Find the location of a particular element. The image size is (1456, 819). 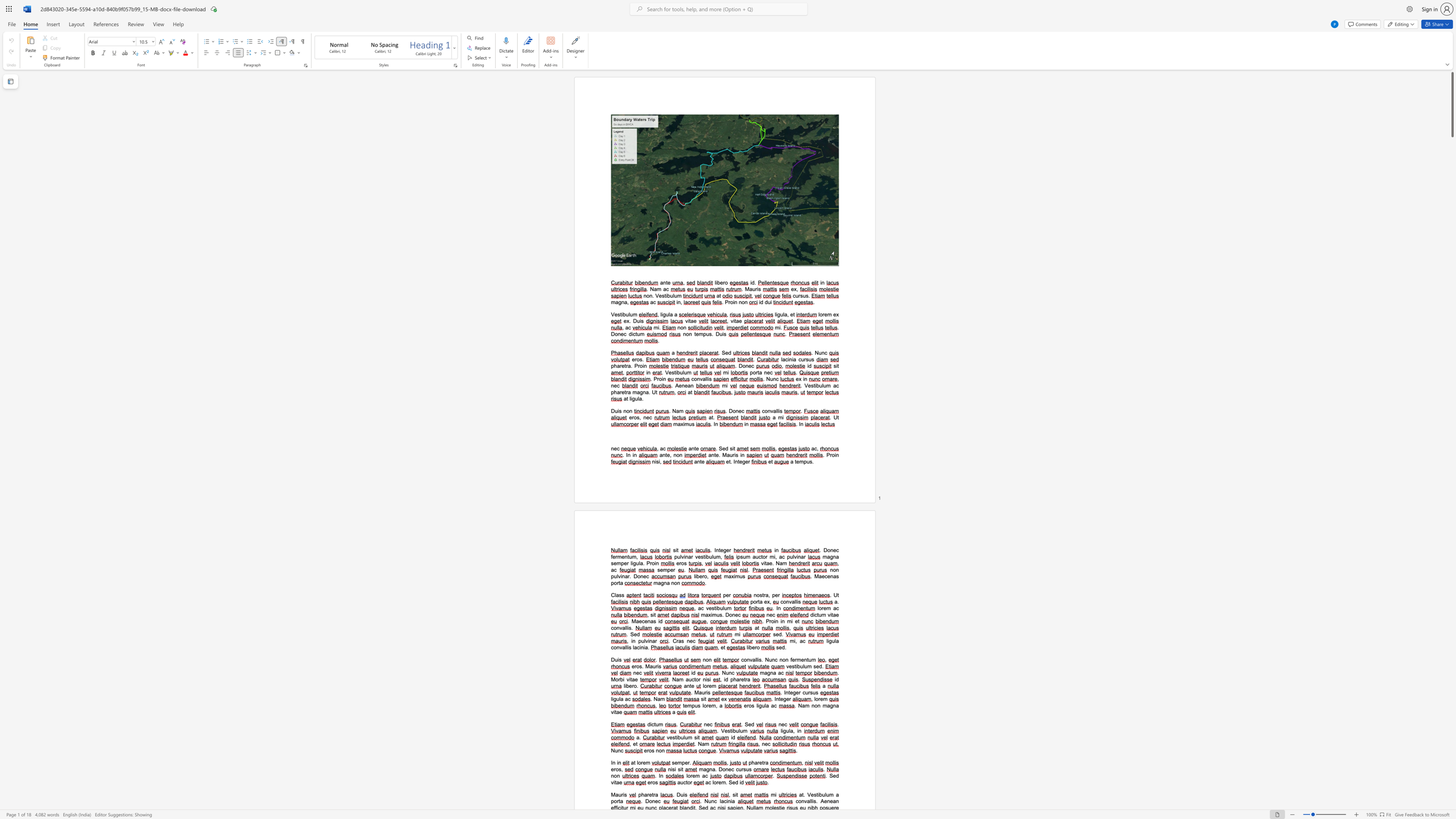

the space between the continuous character "N" and "a" in the text is located at coordinates (778, 563).